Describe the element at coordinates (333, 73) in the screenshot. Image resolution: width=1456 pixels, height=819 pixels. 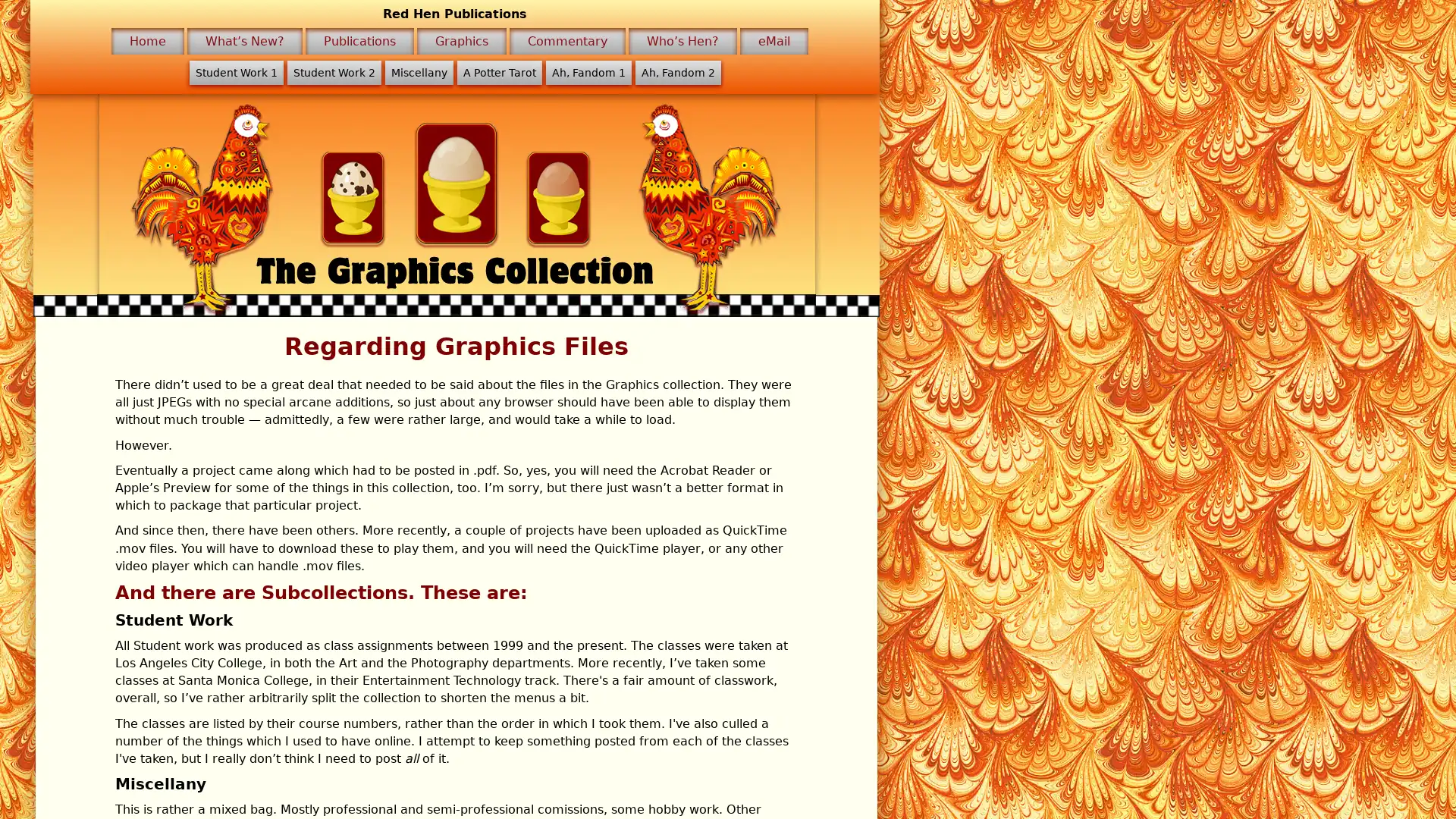
I see `Student Work 2` at that location.